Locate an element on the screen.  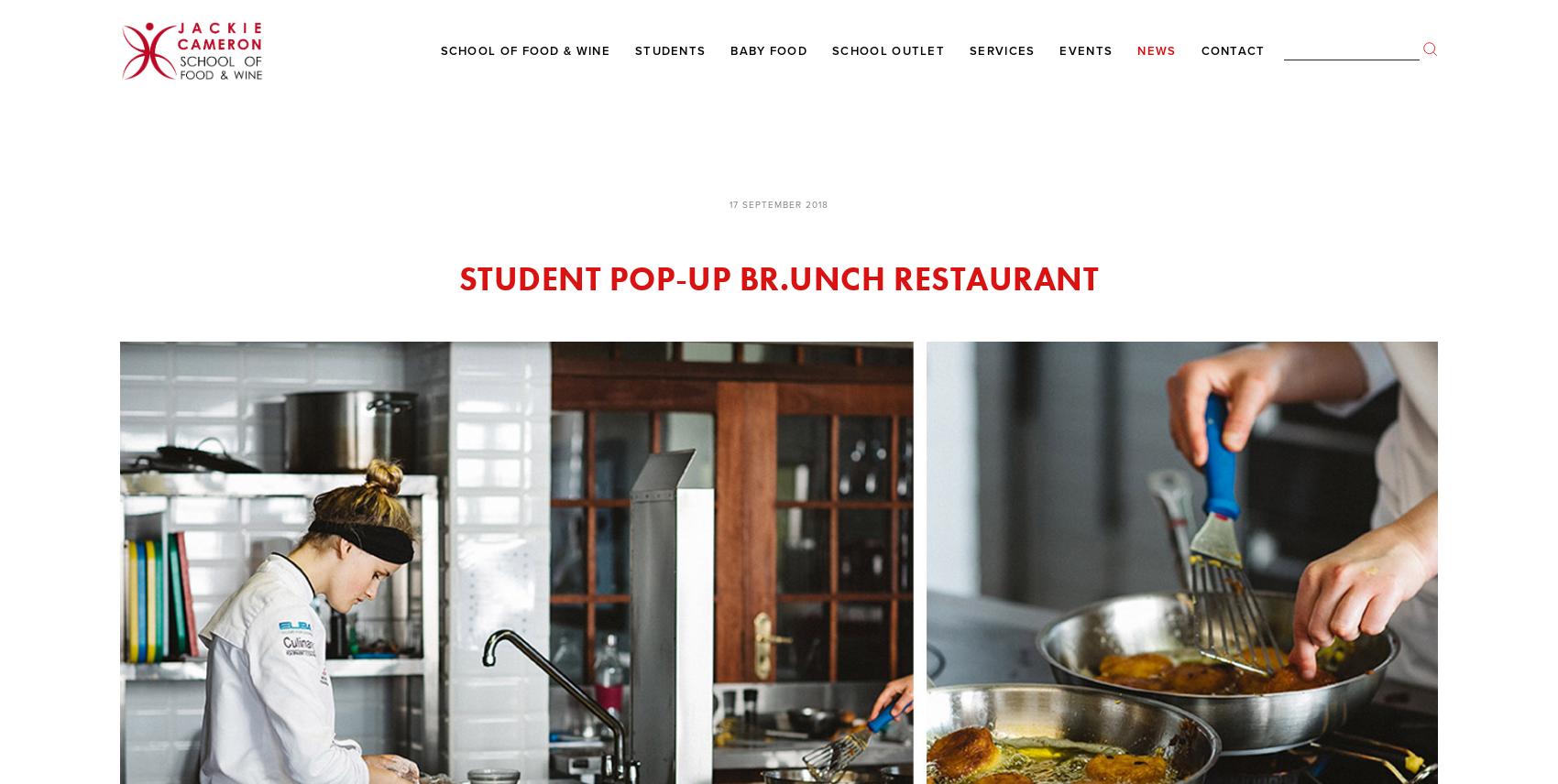
'Contact' is located at coordinates (1233, 49).